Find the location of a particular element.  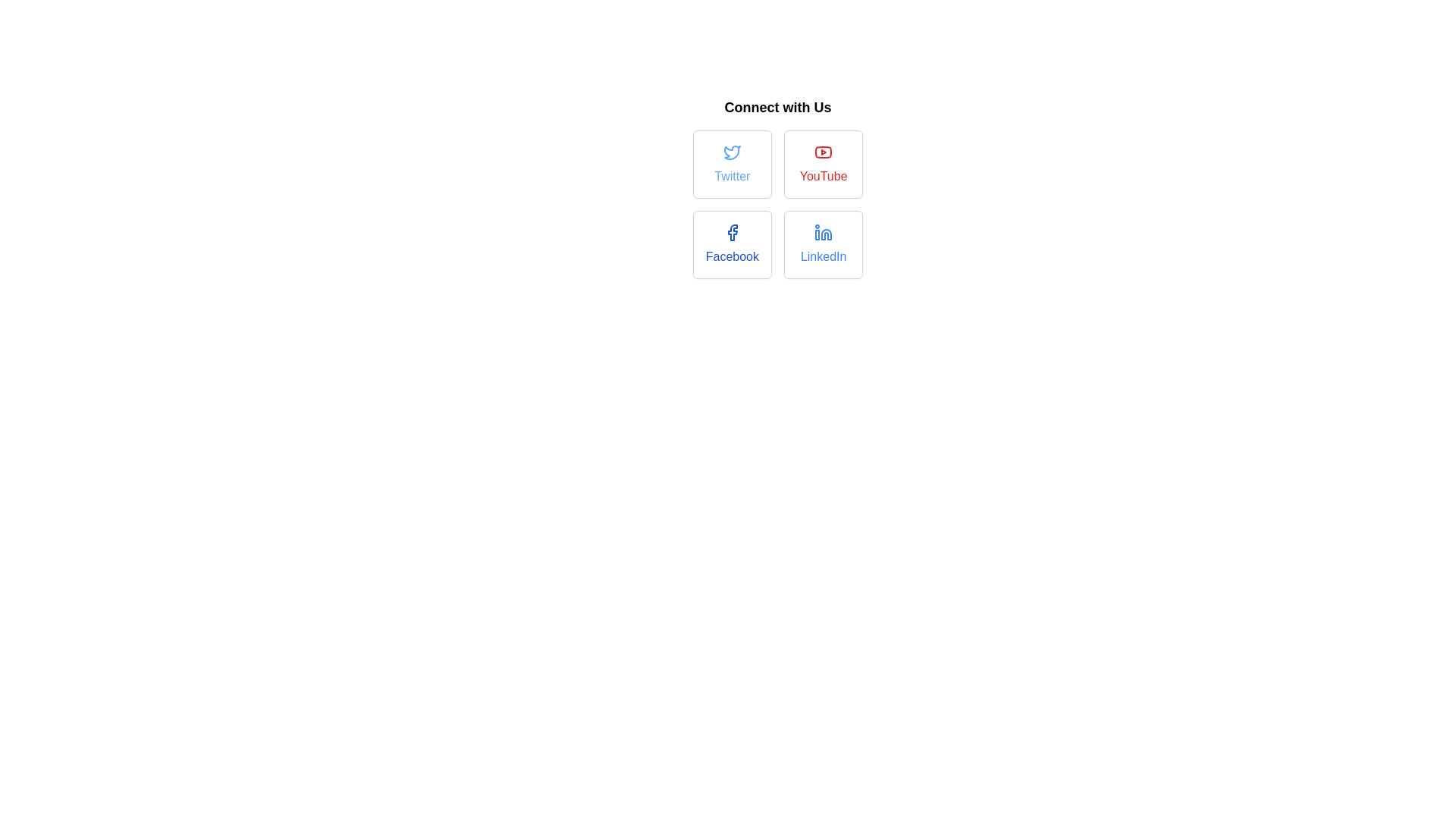

the LinkedIn icon, represented by a stylized 'in' logo in blue, located in the bottom-right corner of the grid under the label 'Connect with Us' is located at coordinates (823, 233).